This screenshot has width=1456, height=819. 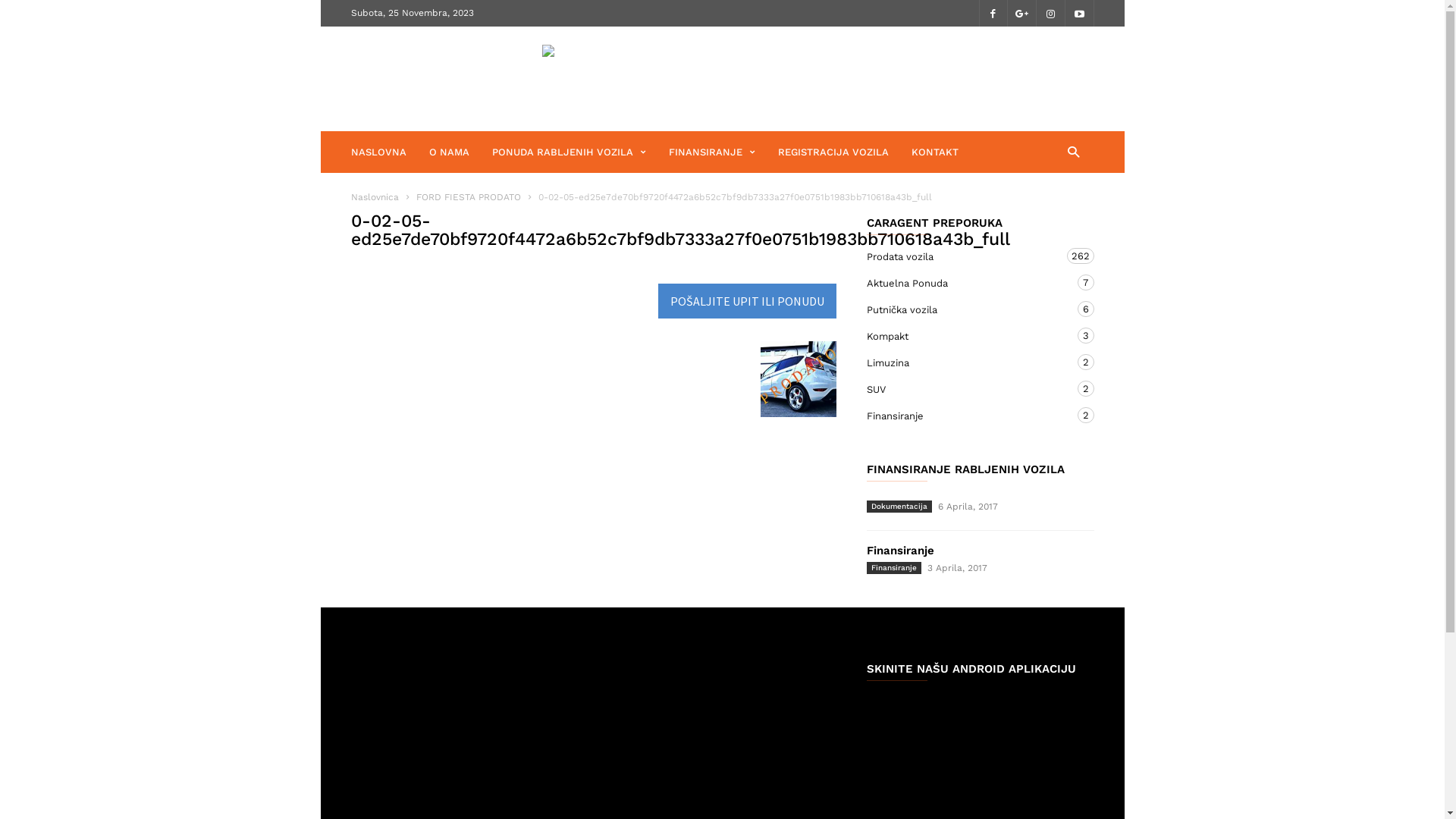 I want to click on 'Instagram', so click(x=1050, y=13).